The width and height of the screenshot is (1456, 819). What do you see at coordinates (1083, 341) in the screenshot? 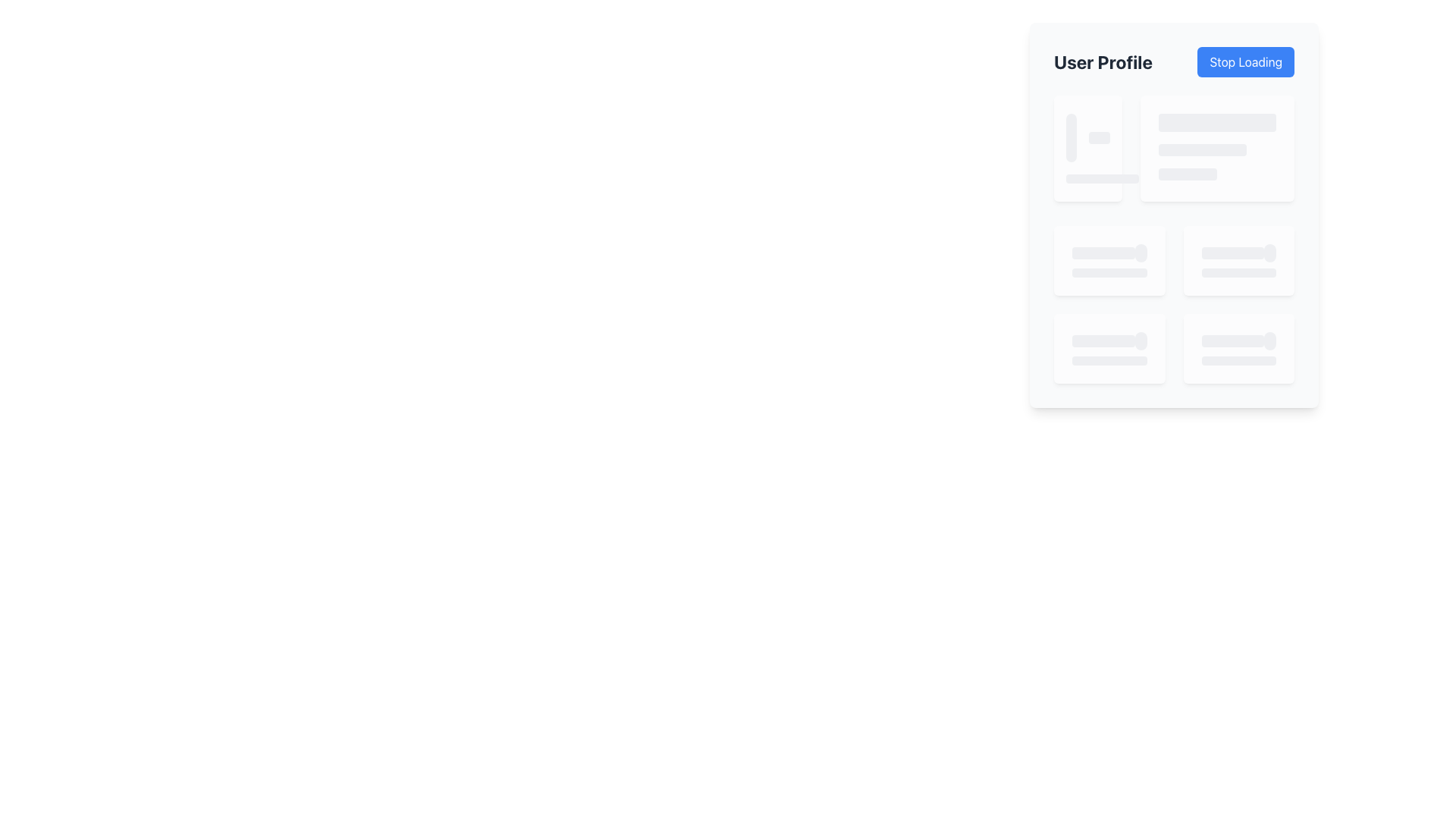
I see `the slider value` at bounding box center [1083, 341].